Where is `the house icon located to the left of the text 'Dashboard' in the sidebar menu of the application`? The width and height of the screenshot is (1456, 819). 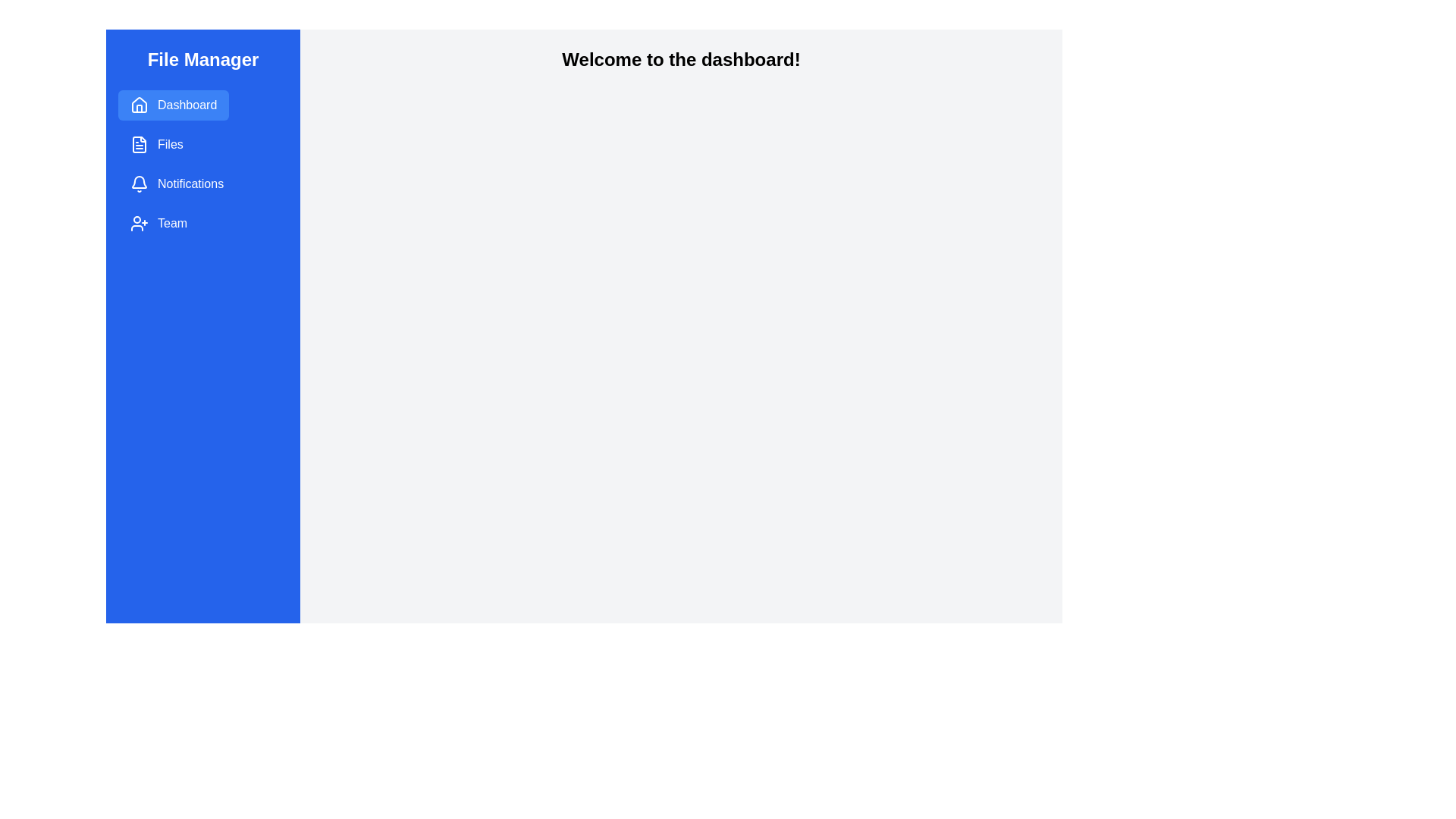 the house icon located to the left of the text 'Dashboard' in the sidebar menu of the application is located at coordinates (139, 104).